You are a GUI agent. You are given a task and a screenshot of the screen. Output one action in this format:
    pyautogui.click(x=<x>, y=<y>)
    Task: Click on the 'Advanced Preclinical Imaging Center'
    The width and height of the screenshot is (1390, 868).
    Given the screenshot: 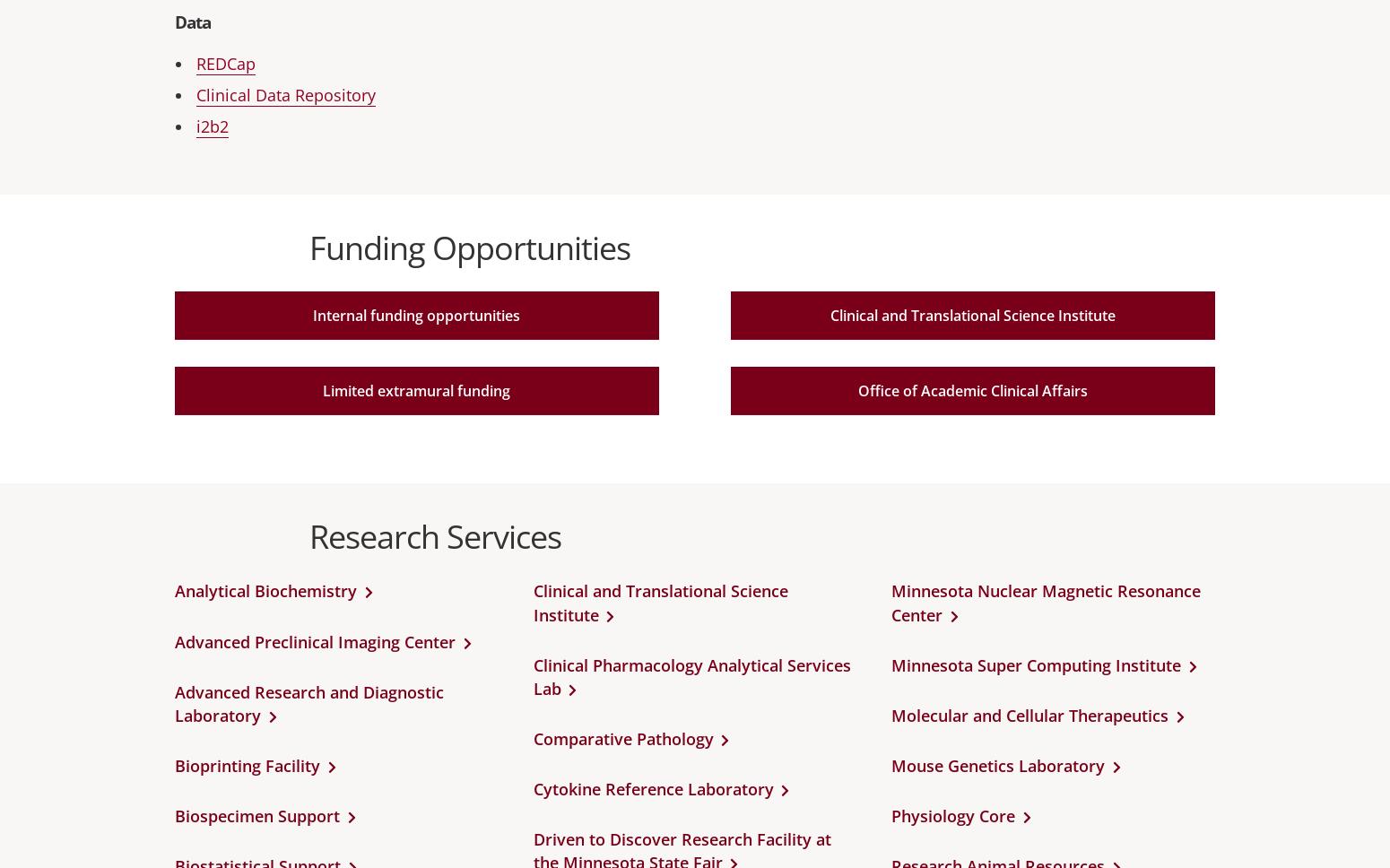 What is the action you would take?
    pyautogui.click(x=313, y=639)
    